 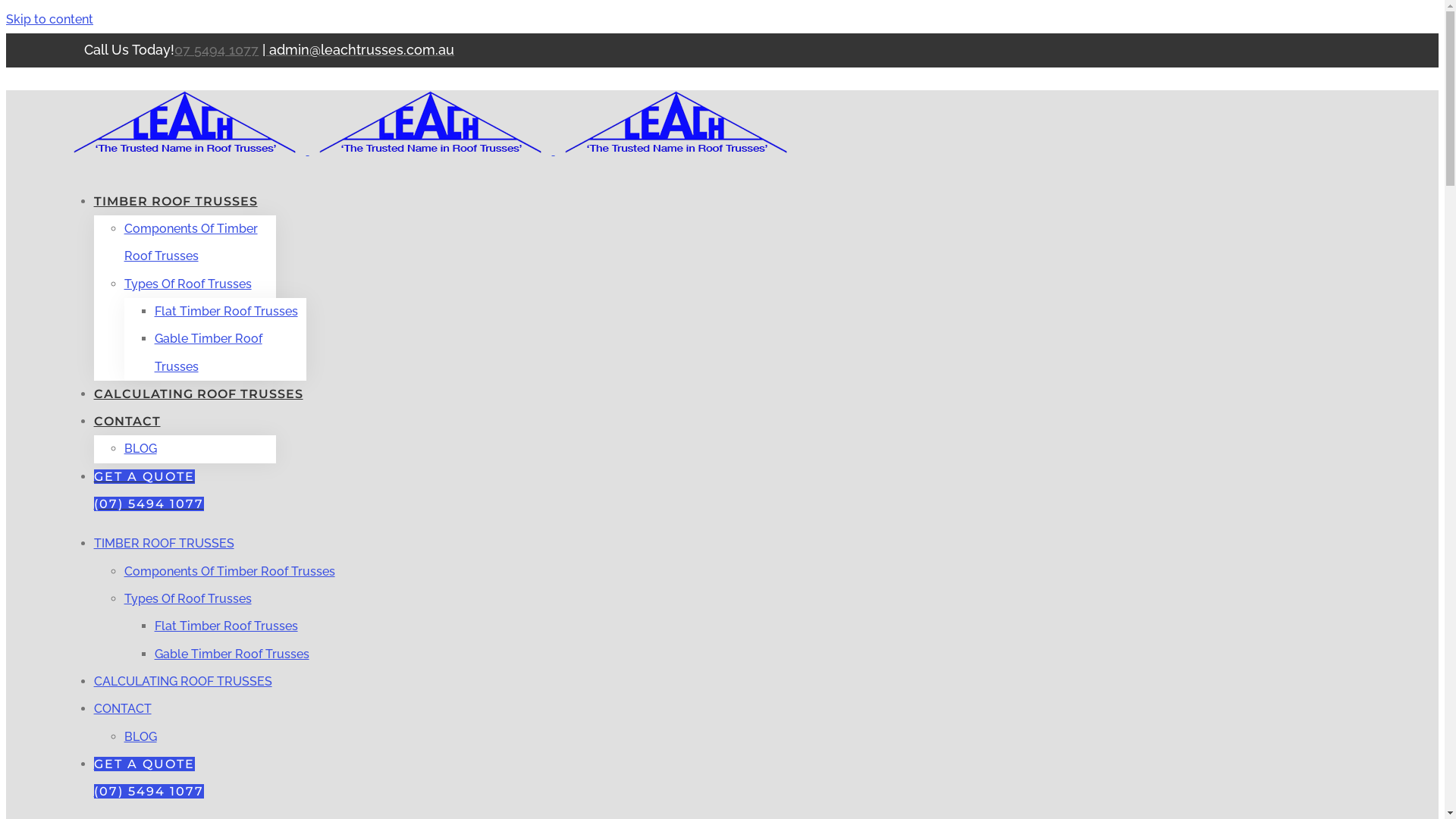 I want to click on 'Gable Timber Roof Trusses', so click(x=231, y=653).